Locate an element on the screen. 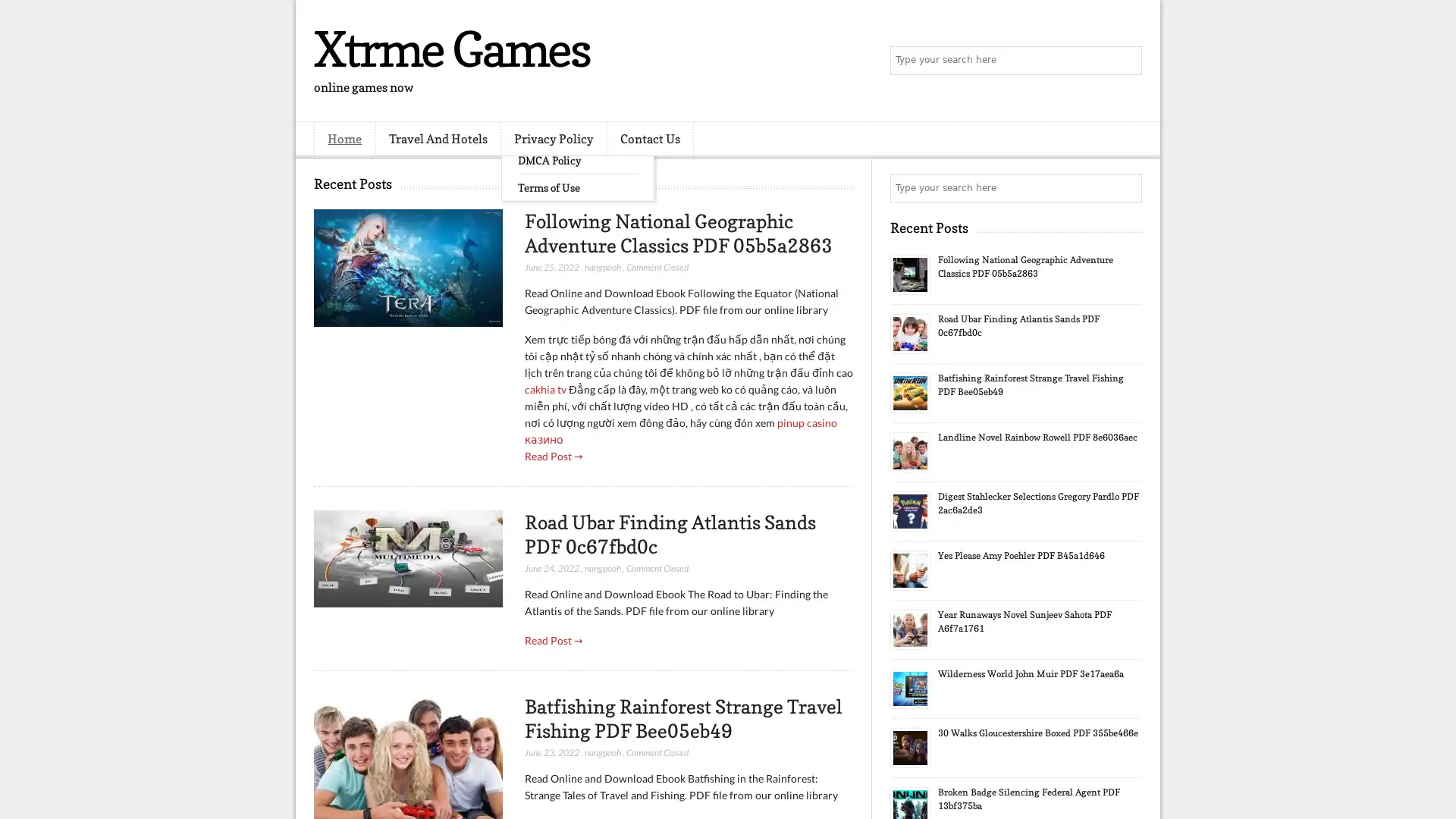 This screenshot has width=1456, height=819. Search is located at coordinates (1126, 188).